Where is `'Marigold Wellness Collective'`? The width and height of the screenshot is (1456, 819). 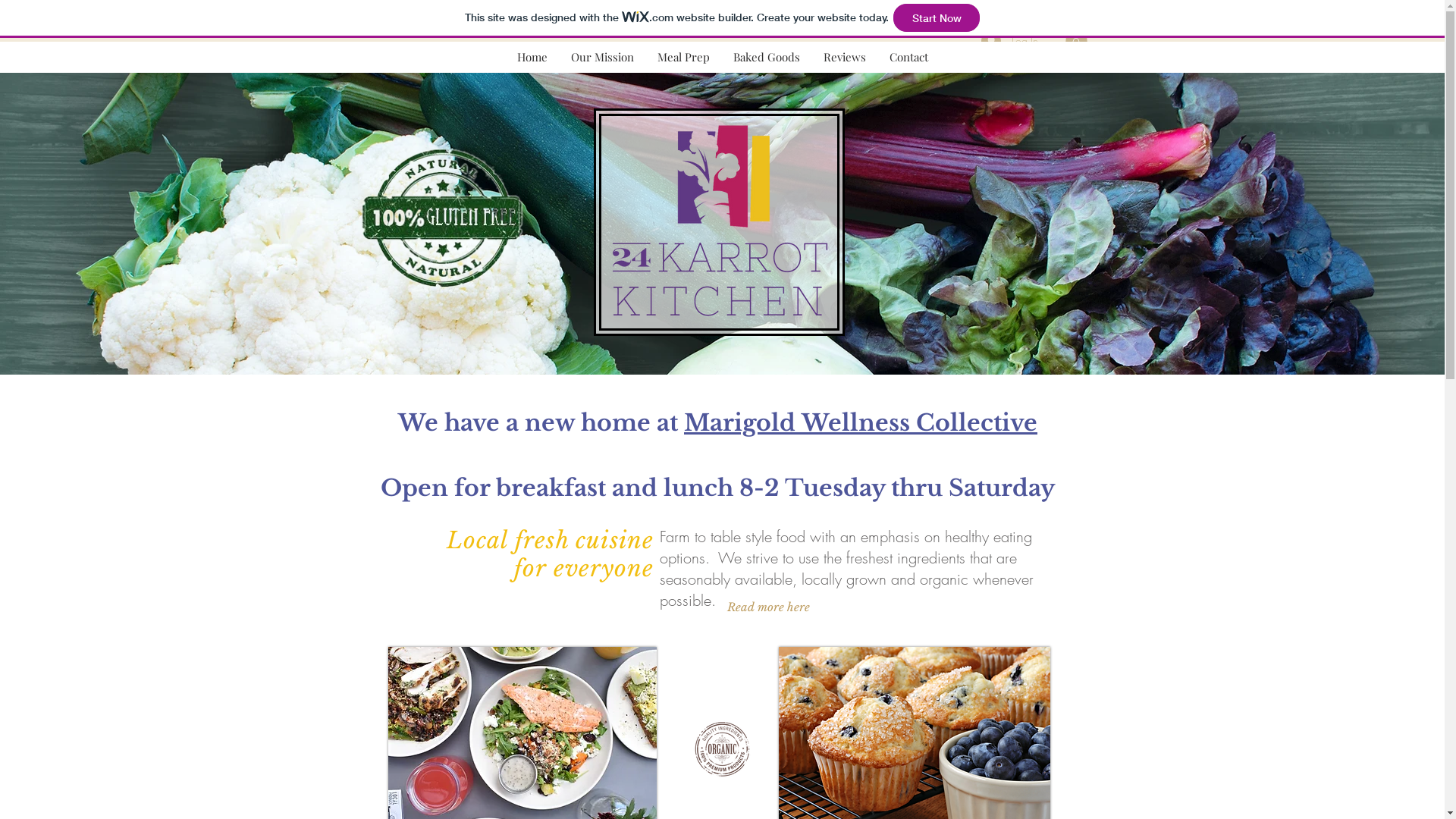
'Marigold Wellness Collective' is located at coordinates (860, 416).